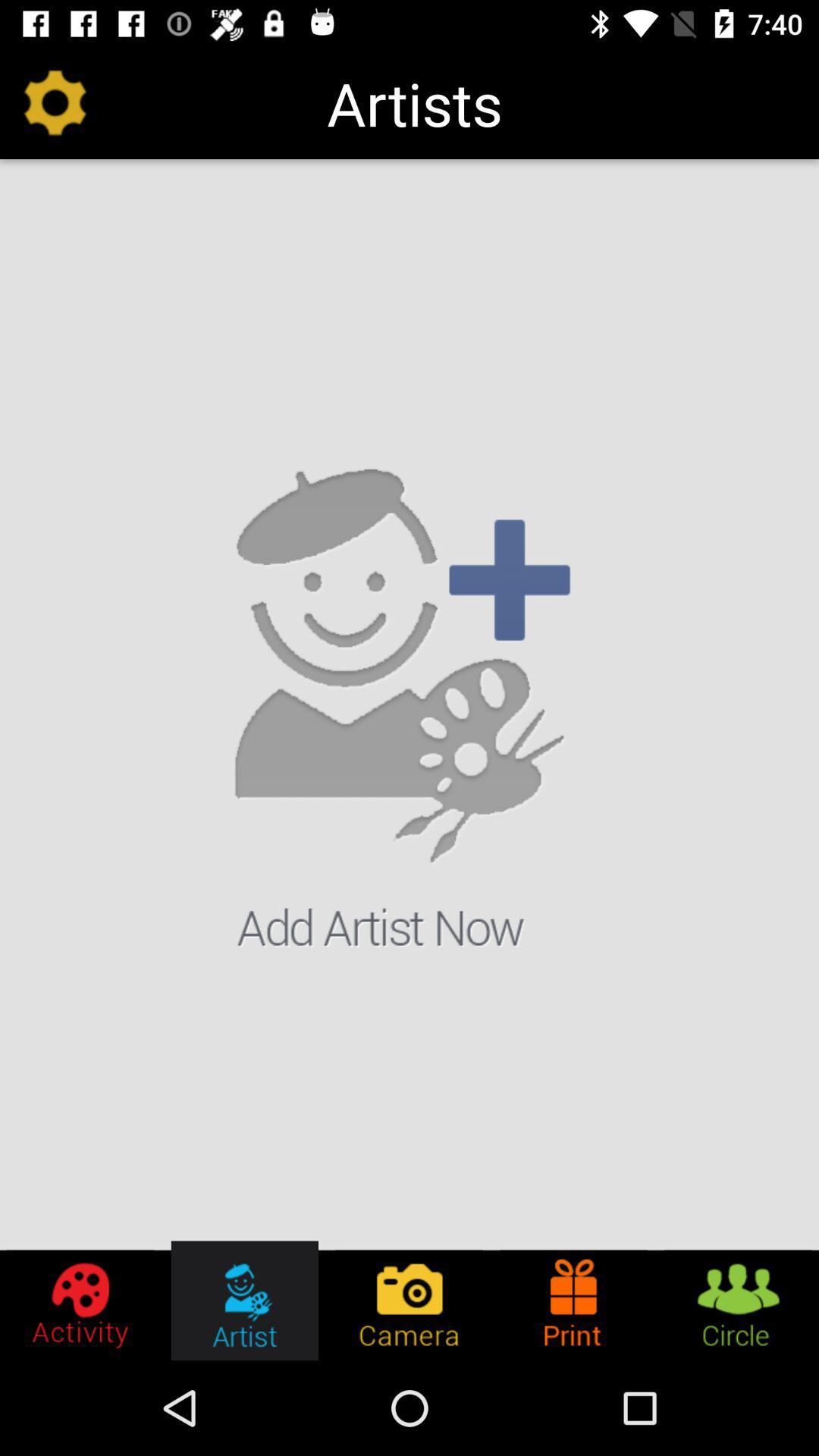 This screenshot has height=1456, width=819. What do you see at coordinates (81, 1300) in the screenshot?
I see `the settings icon` at bounding box center [81, 1300].